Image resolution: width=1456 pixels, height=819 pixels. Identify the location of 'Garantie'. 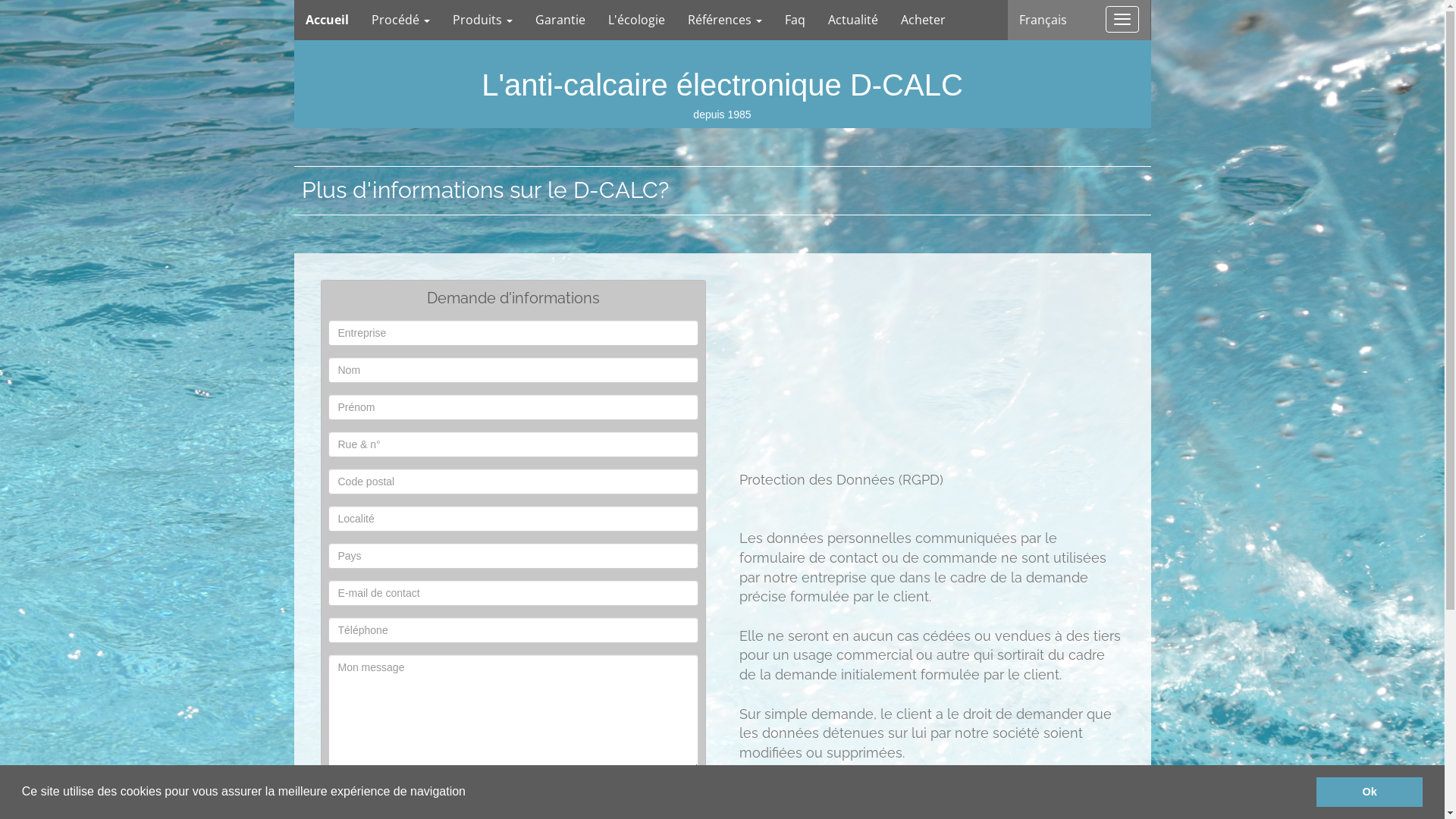
(523, 20).